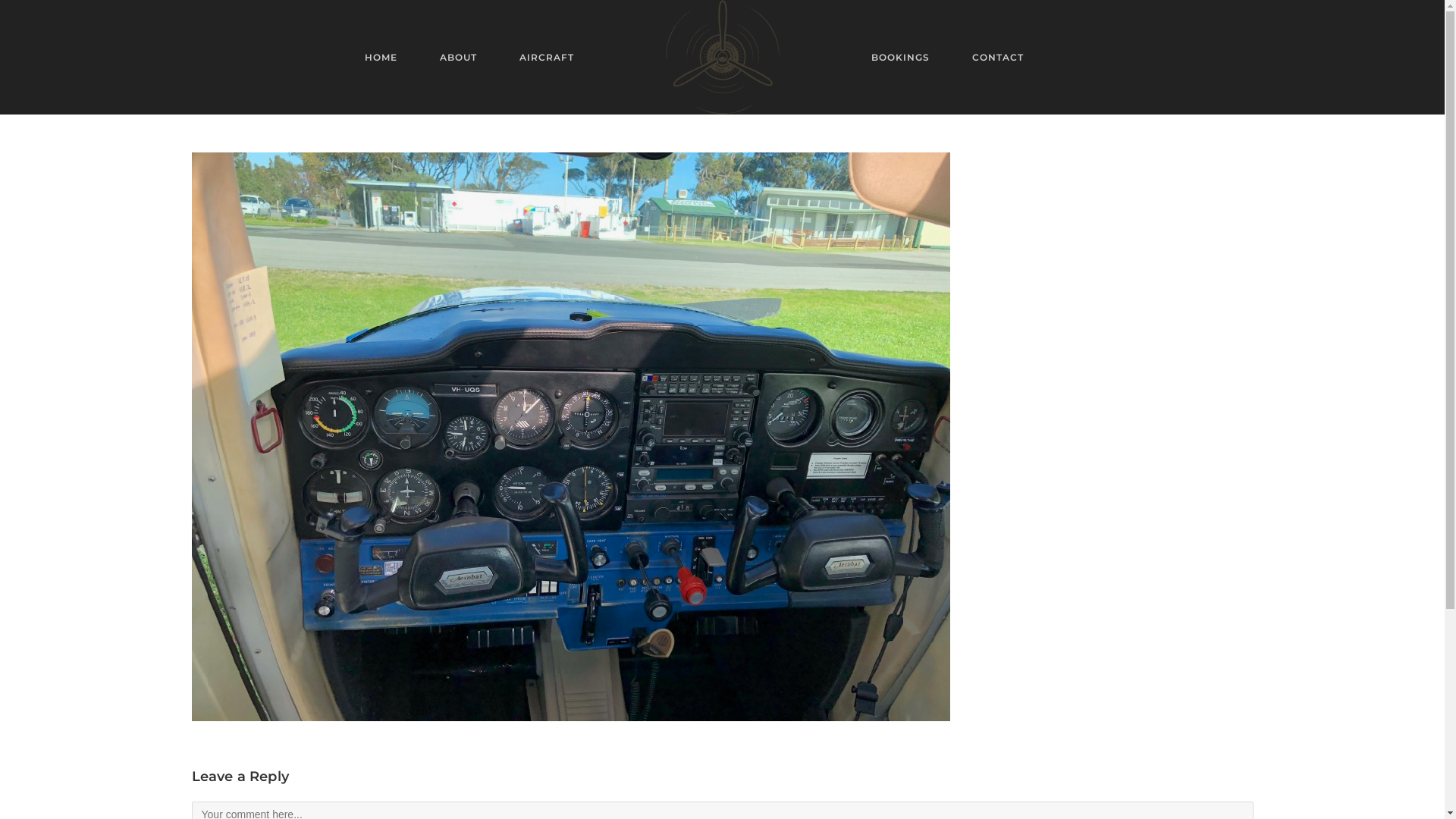 The width and height of the screenshot is (1456, 819). I want to click on 'AIRCRAFT', so click(546, 57).